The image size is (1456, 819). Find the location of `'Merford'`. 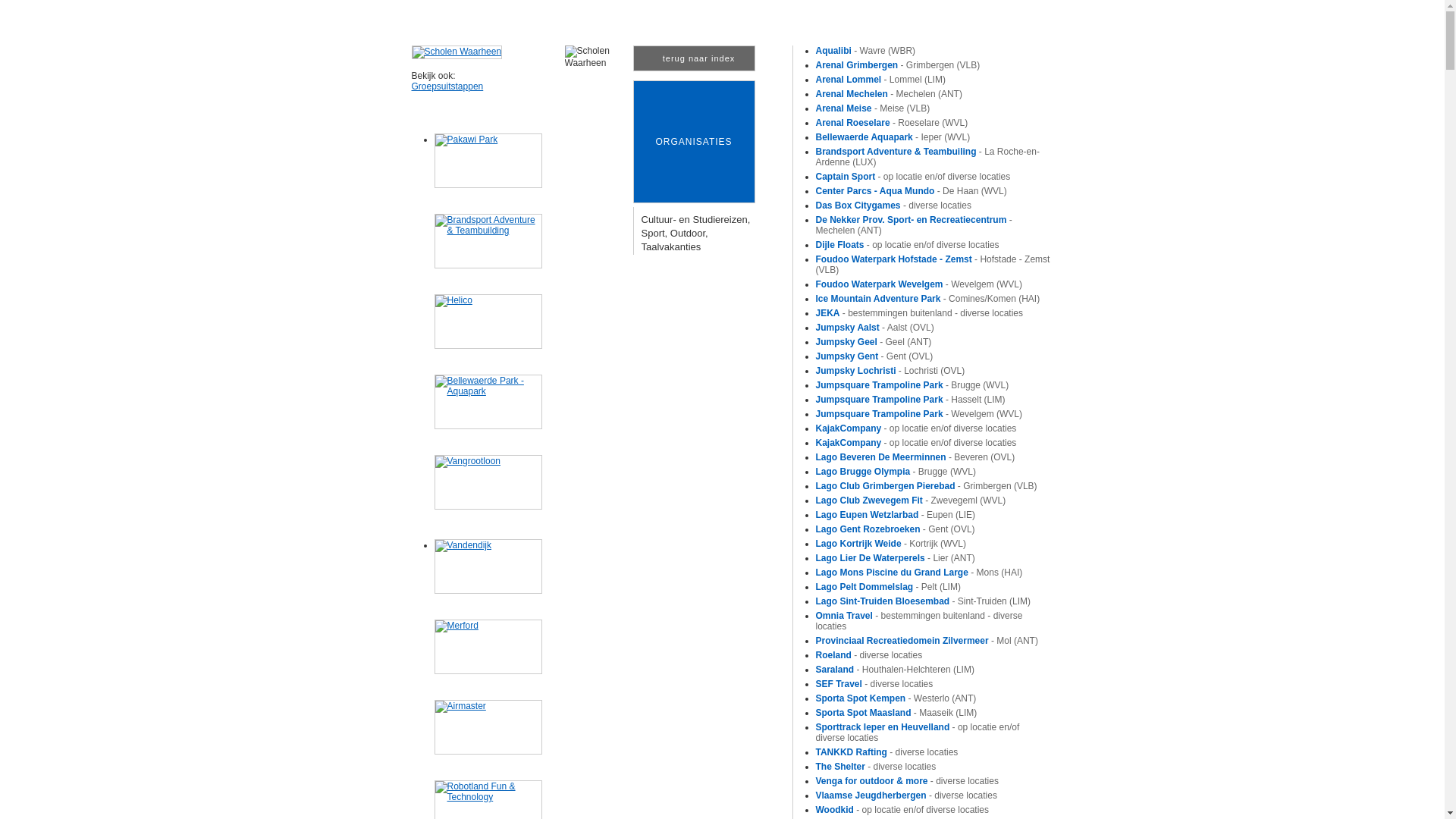

'Merford' is located at coordinates (488, 646).